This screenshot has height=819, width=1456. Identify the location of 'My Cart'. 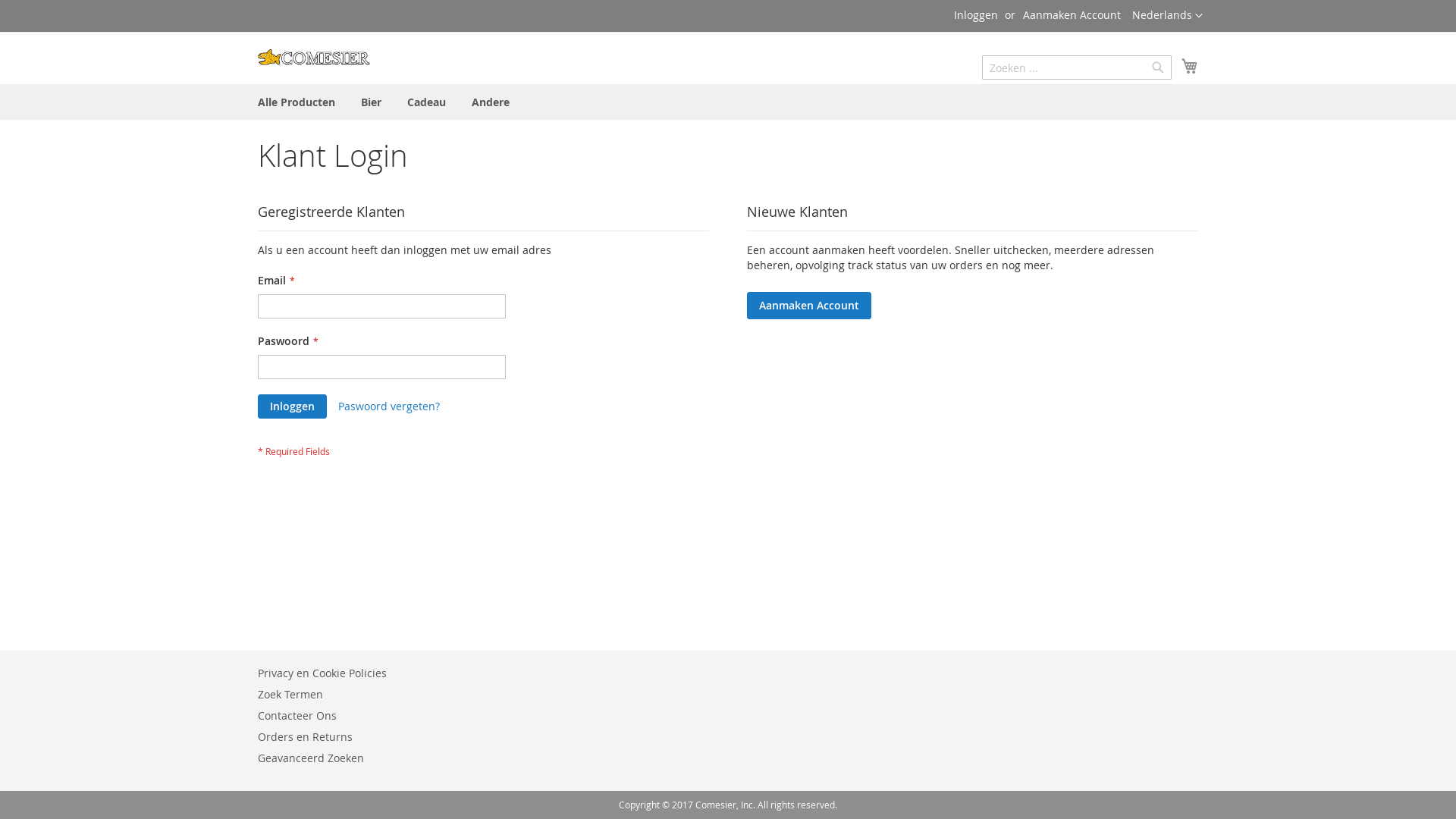
(1189, 65).